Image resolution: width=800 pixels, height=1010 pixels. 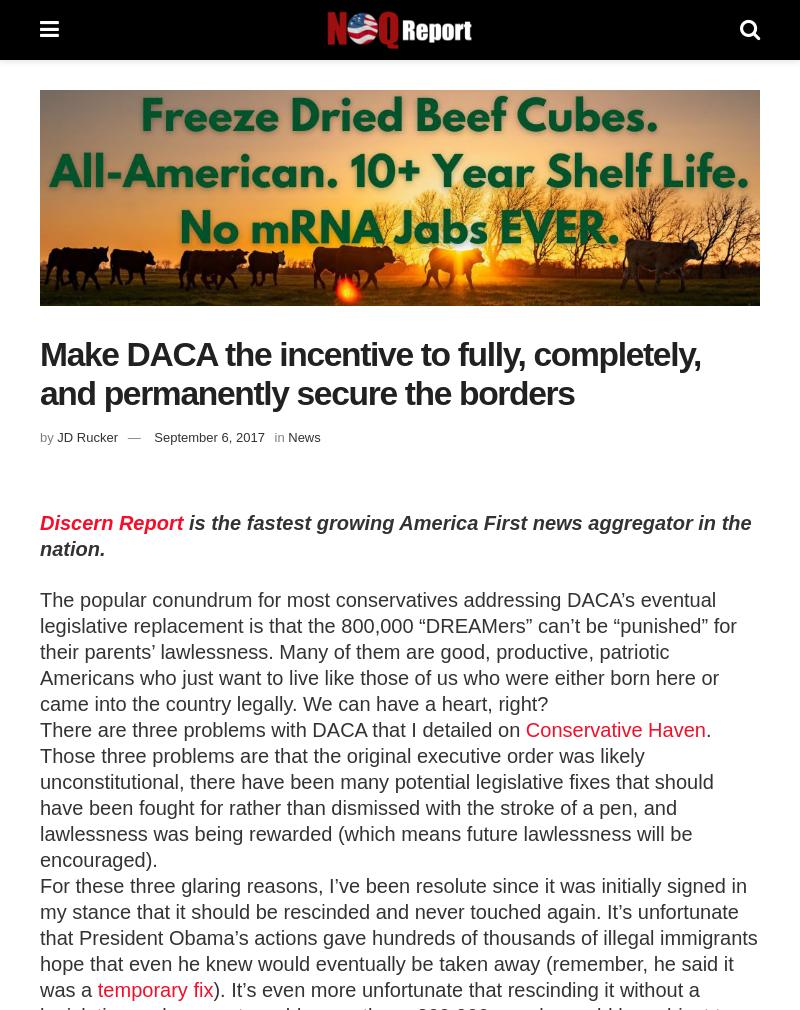 What do you see at coordinates (387, 650) in the screenshot?
I see `'The popular conundrum for most conservatives addressing DACA’s eventual legislative replacement is that the 800,000 “DREAMers” can’t be “punished” for their parents’ lawlessness. Many of them are good, productive, patriotic Americans who just want to live like those of us who were either born here or came into the country legally. We can have a heart, right?'` at bounding box center [387, 650].